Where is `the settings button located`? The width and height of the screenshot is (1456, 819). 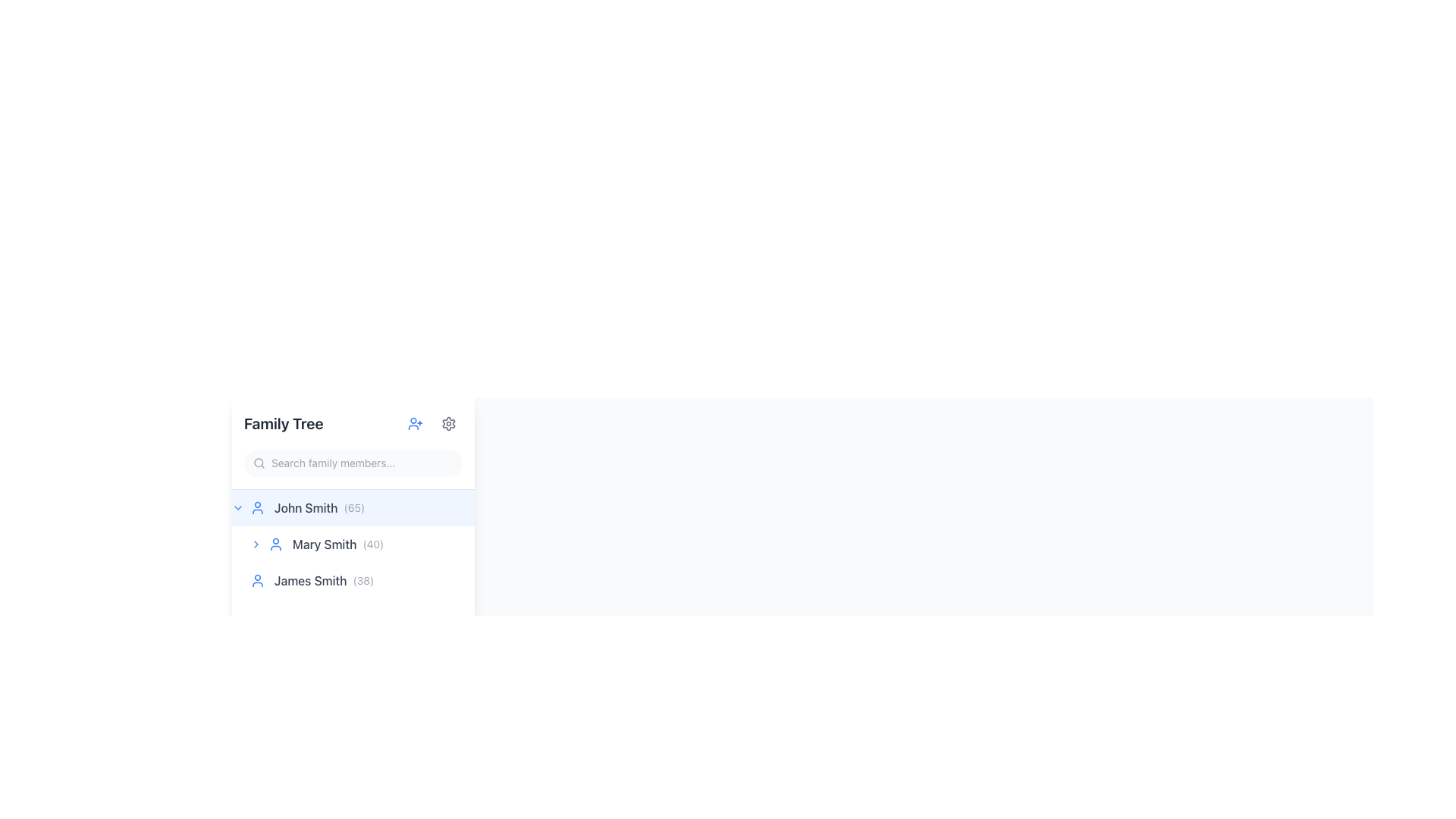
the settings button located is located at coordinates (447, 424).